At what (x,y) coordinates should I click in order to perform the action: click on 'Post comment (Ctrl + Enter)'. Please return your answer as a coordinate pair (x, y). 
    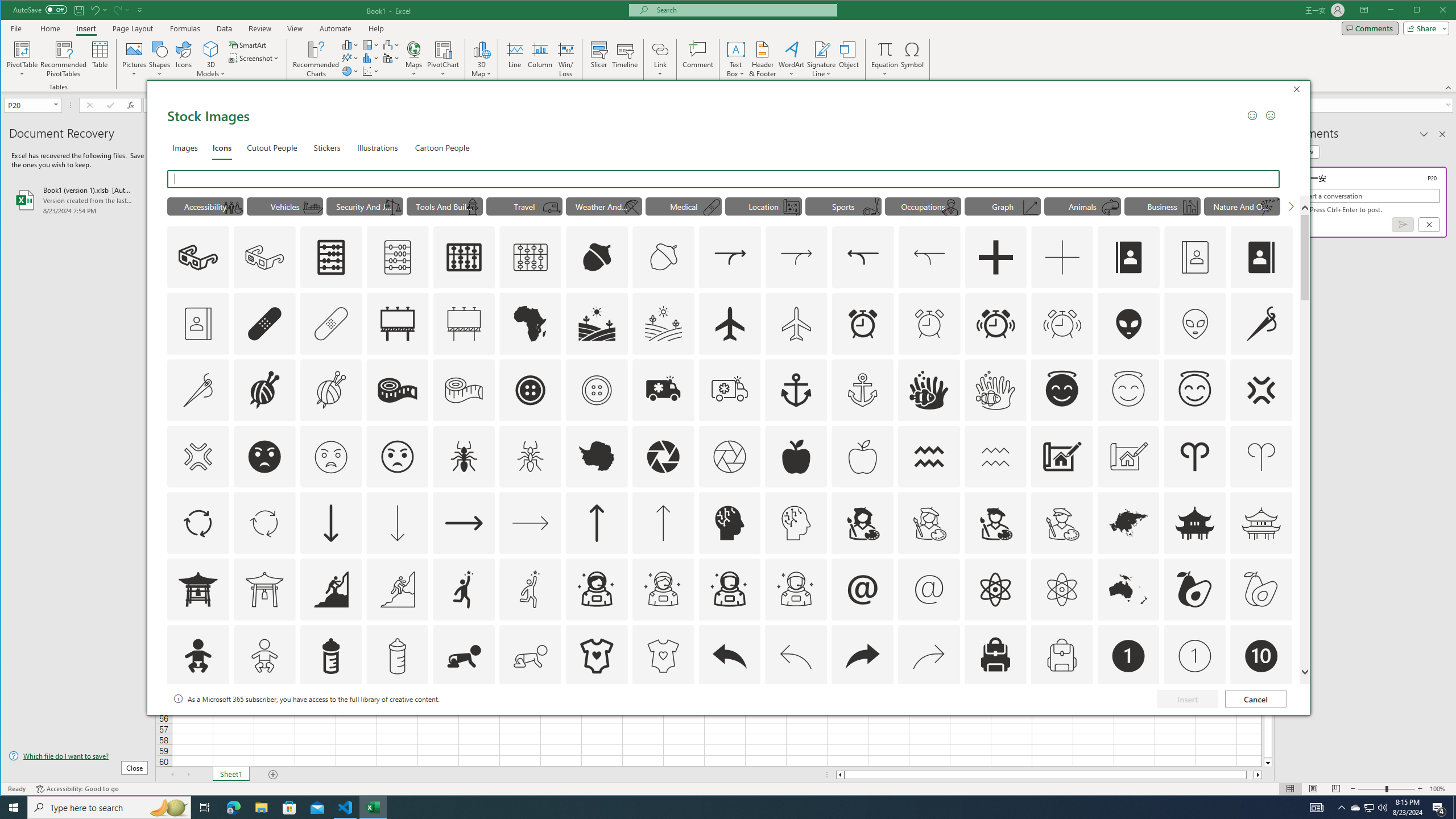
    Looking at the image, I should click on (1403, 224).